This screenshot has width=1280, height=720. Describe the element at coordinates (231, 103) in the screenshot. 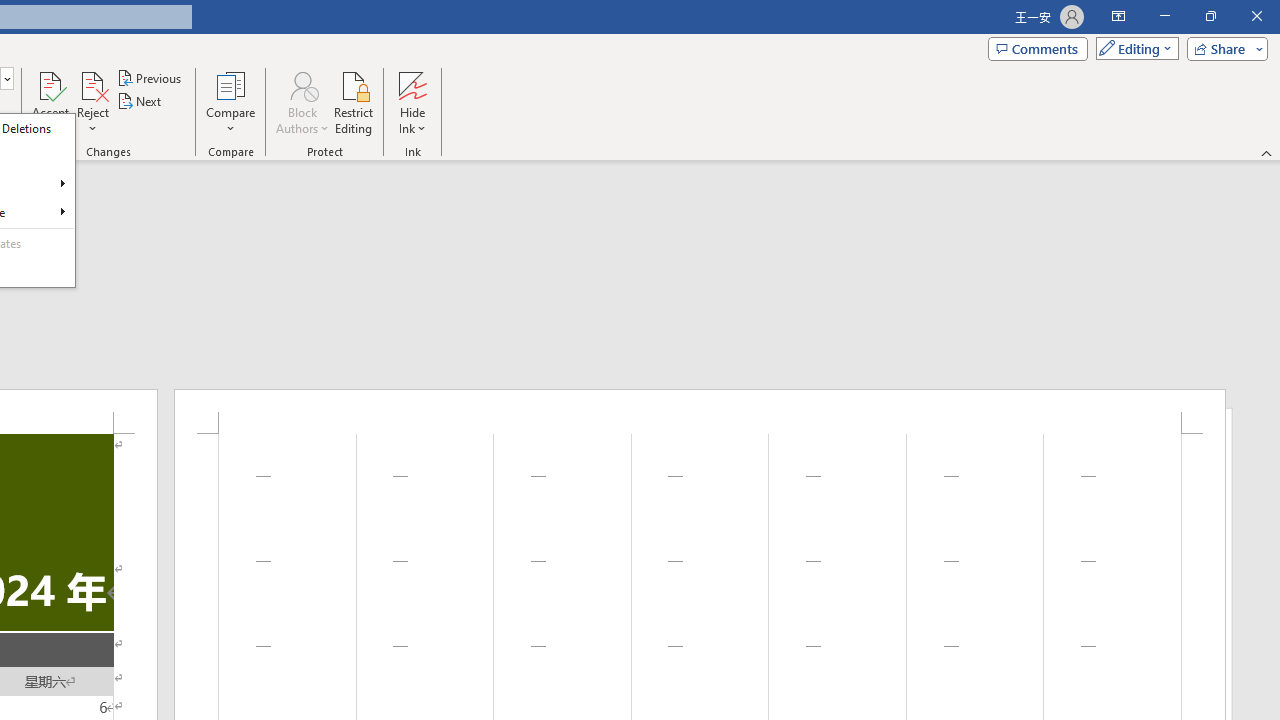

I see `'Compare'` at that location.